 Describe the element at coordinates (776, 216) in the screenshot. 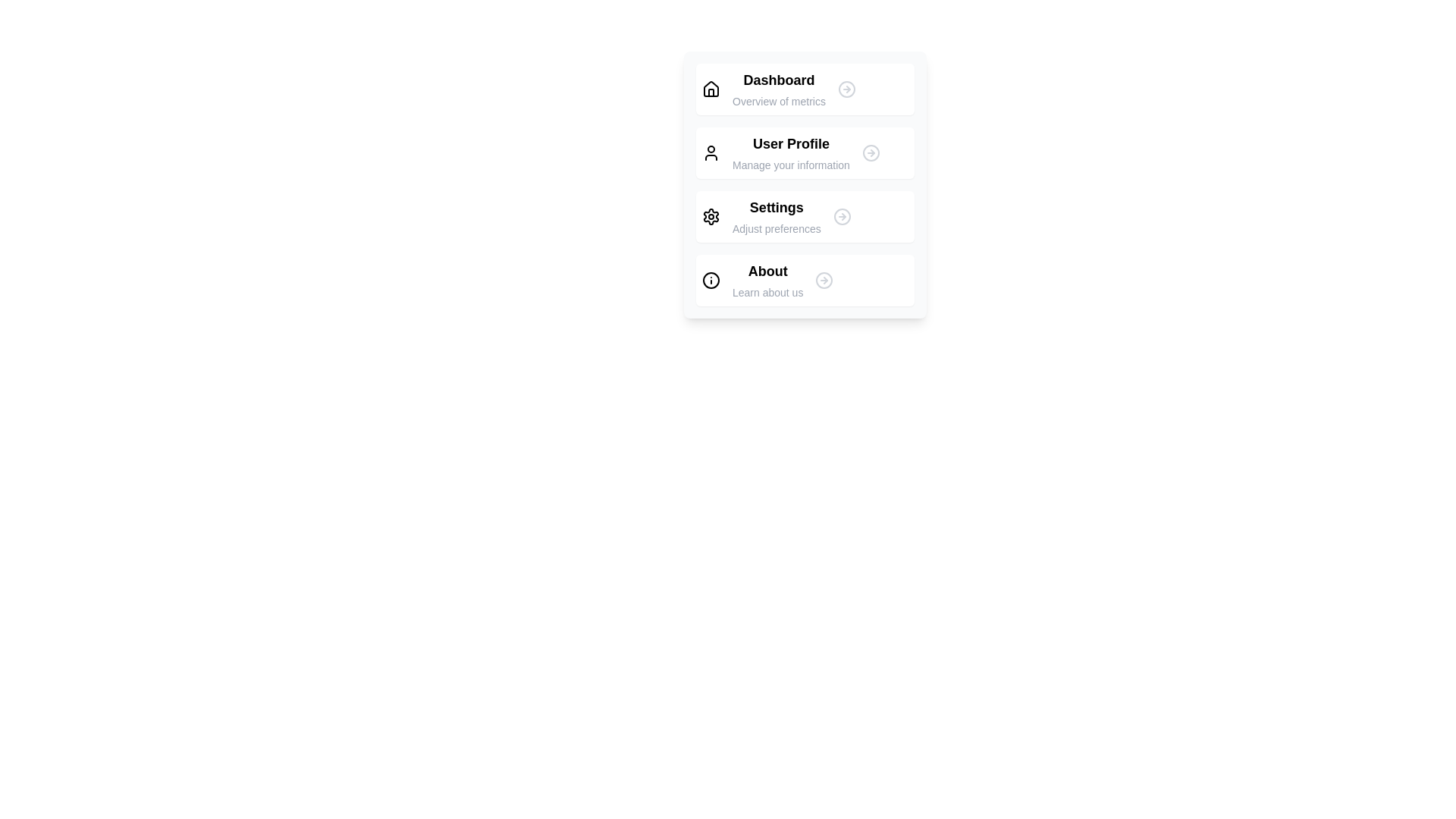

I see `the 'Settings' menu option, which is the third item in a vertical stack of menu entries, located below 'User Profile' and above 'About'` at that location.